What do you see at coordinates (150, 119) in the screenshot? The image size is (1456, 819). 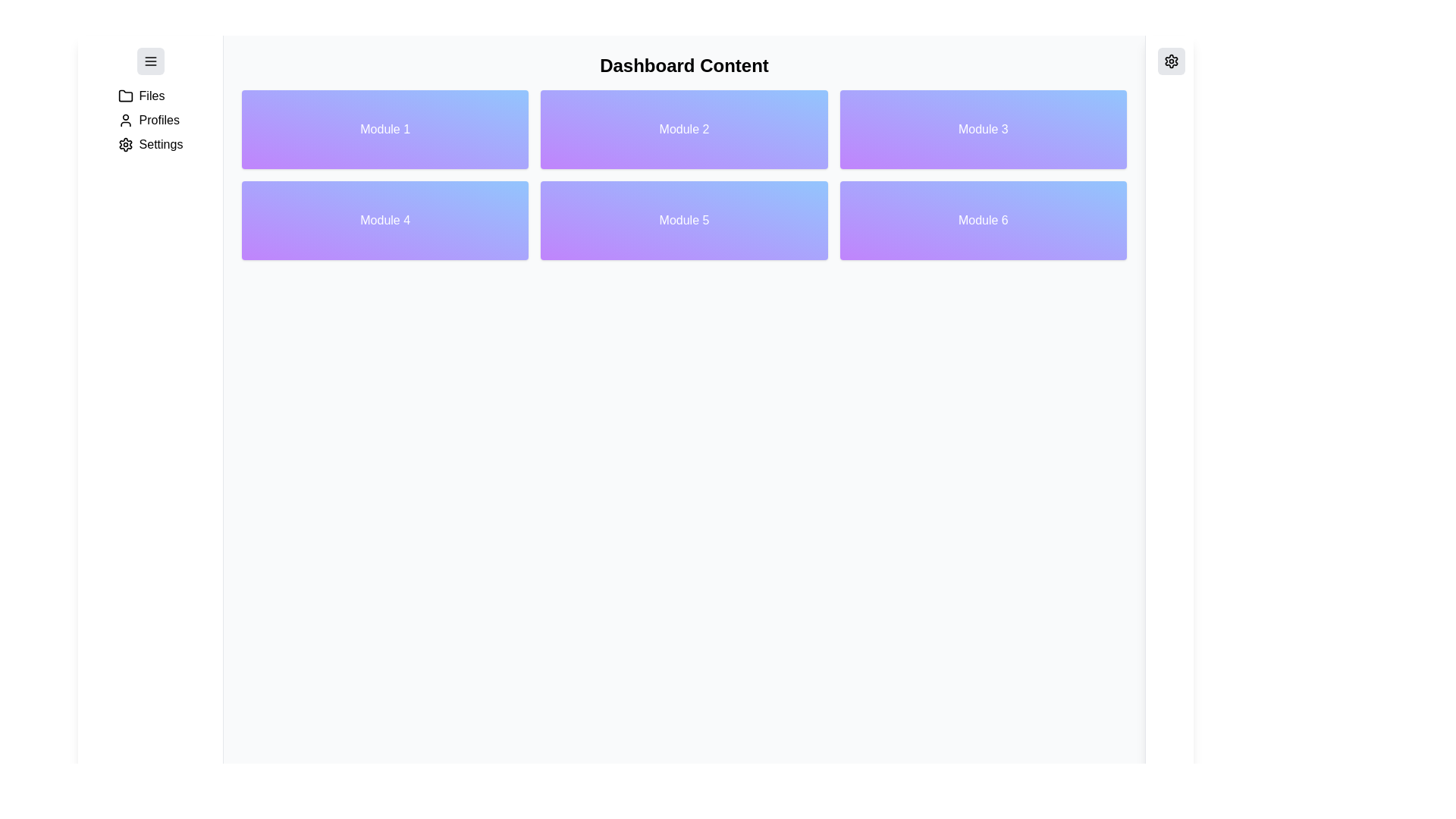 I see `the 'Profiles' menu item, which features a user icon on the left and the word 'Profiles' styled in a clean font, located as the second option in the menu` at bounding box center [150, 119].